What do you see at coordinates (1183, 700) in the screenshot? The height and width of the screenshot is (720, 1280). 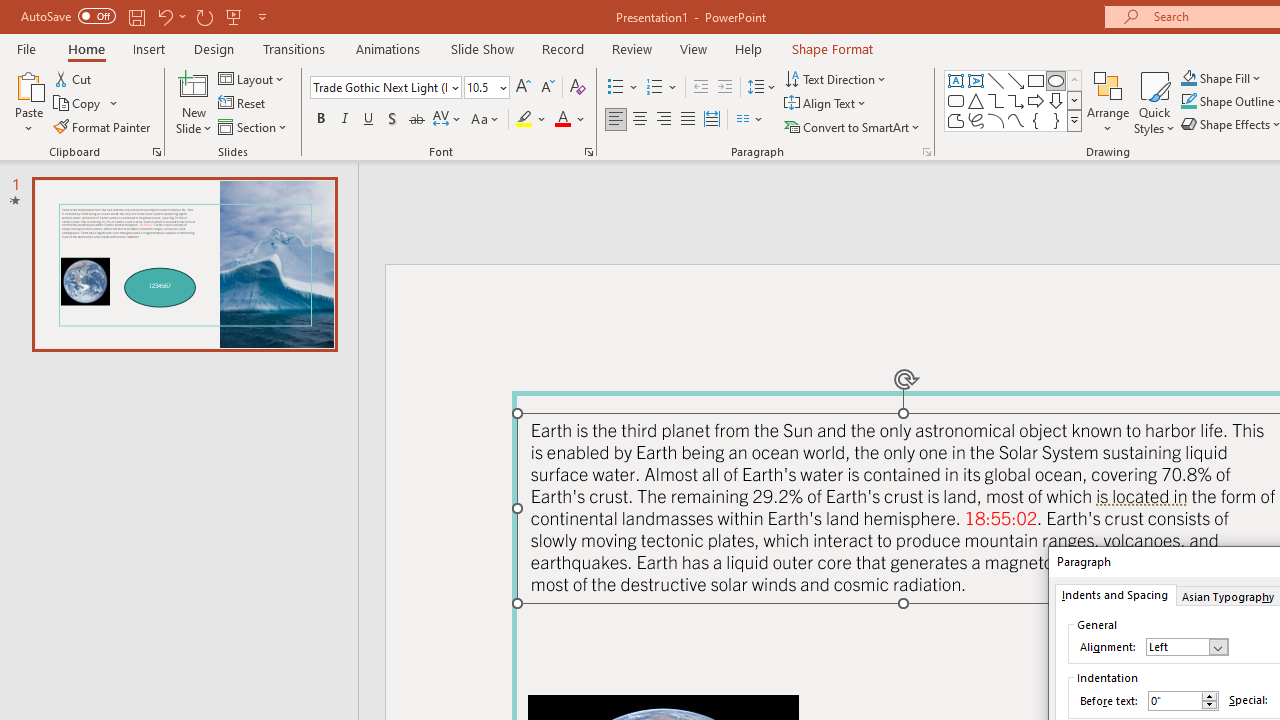 I see `'Before text'` at bounding box center [1183, 700].